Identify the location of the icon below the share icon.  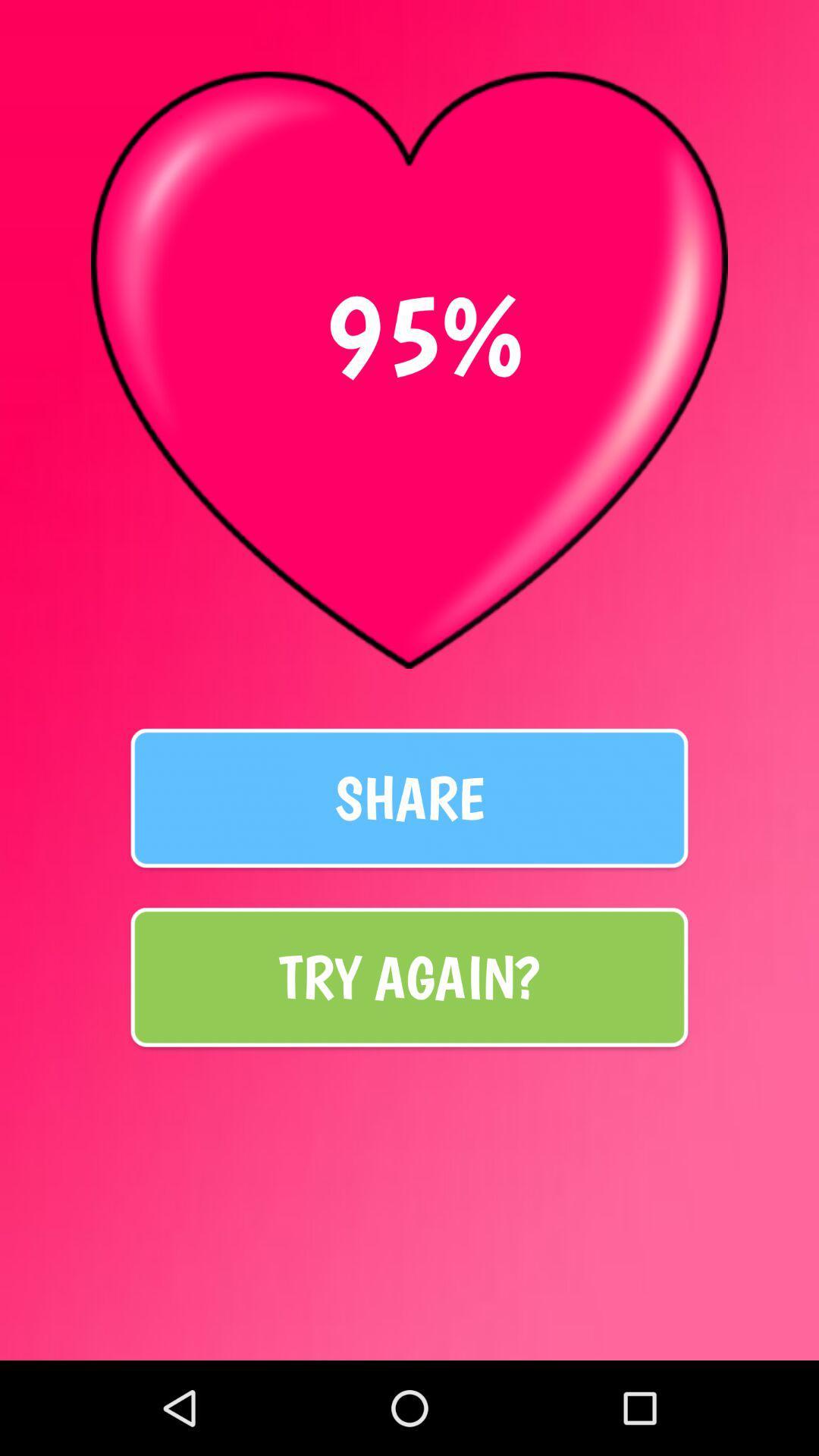
(409, 977).